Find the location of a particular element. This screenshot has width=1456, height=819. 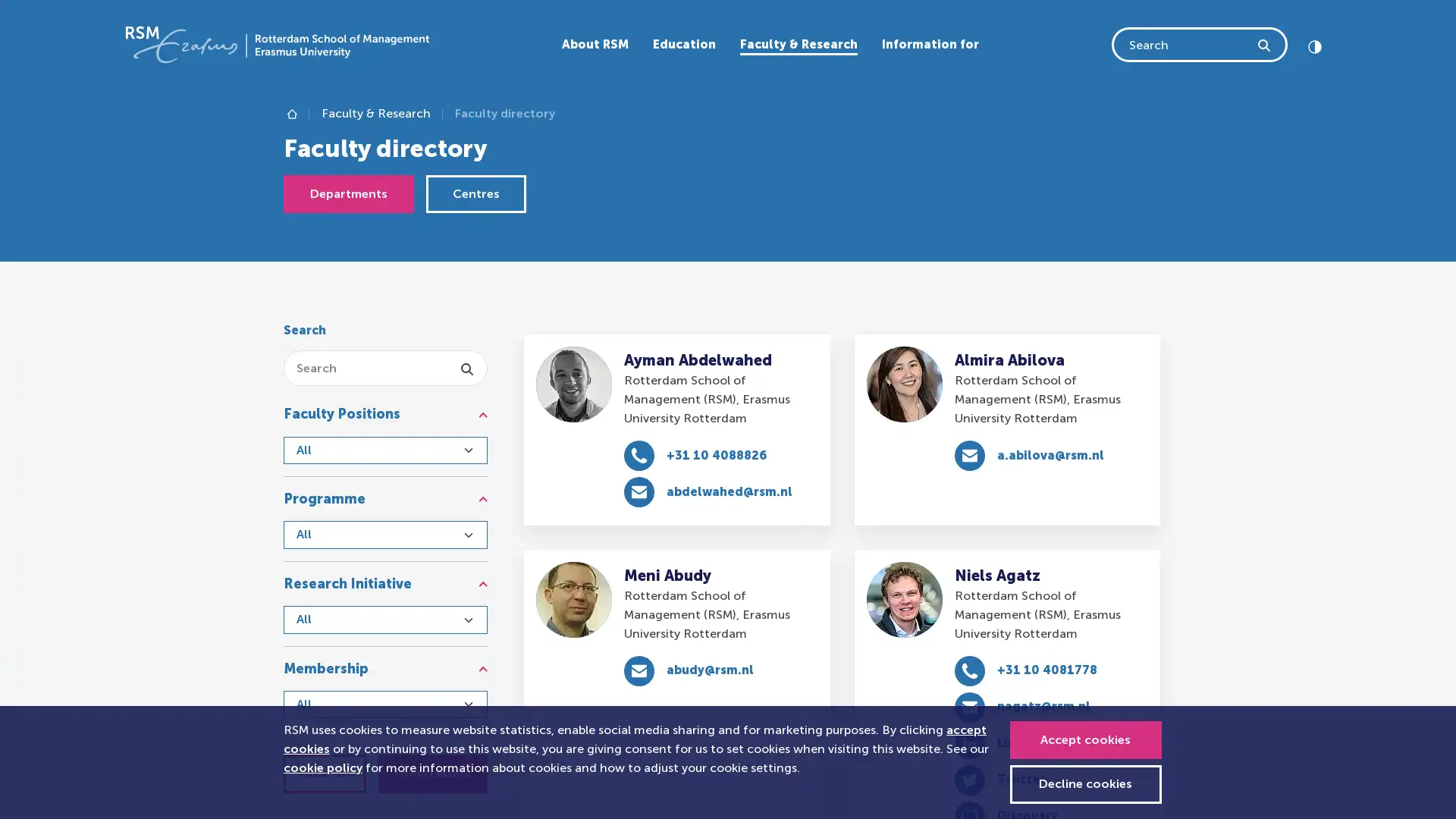

Programme is located at coordinates (385, 499).